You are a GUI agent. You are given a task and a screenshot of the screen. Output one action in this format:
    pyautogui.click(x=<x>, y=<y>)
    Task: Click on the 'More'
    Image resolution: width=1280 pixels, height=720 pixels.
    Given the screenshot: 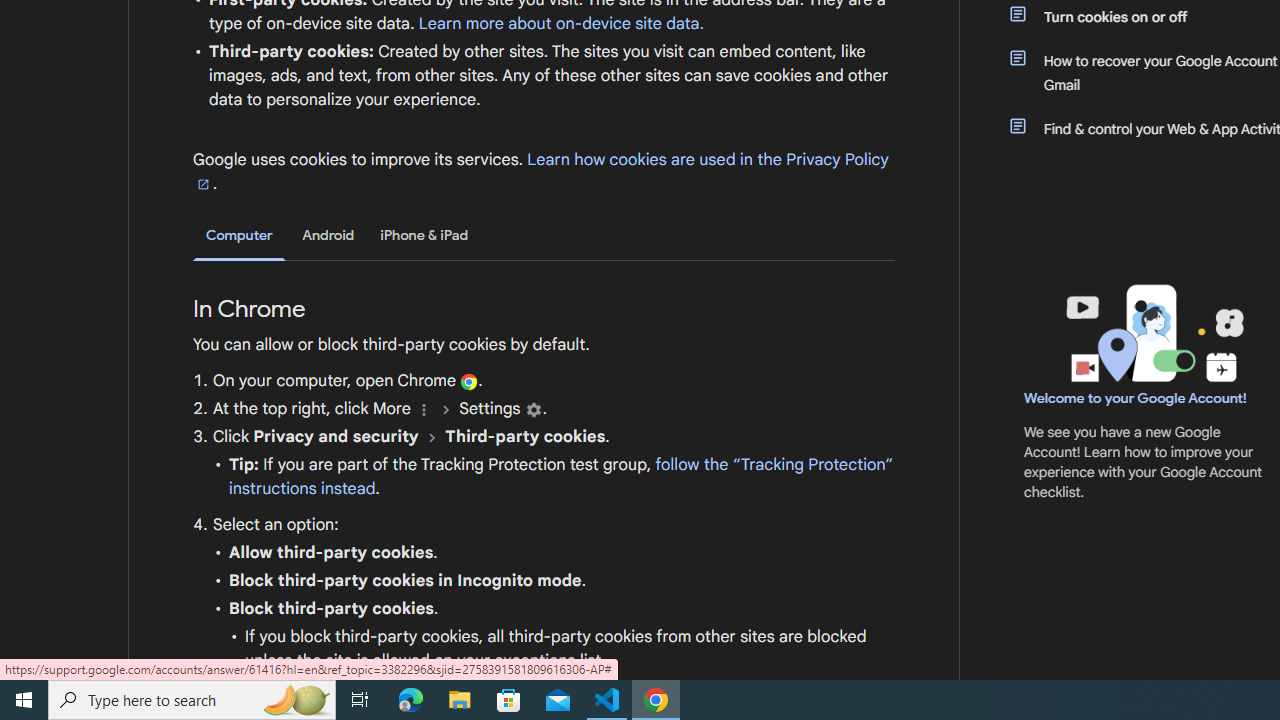 What is the action you would take?
    pyautogui.click(x=423, y=408)
    